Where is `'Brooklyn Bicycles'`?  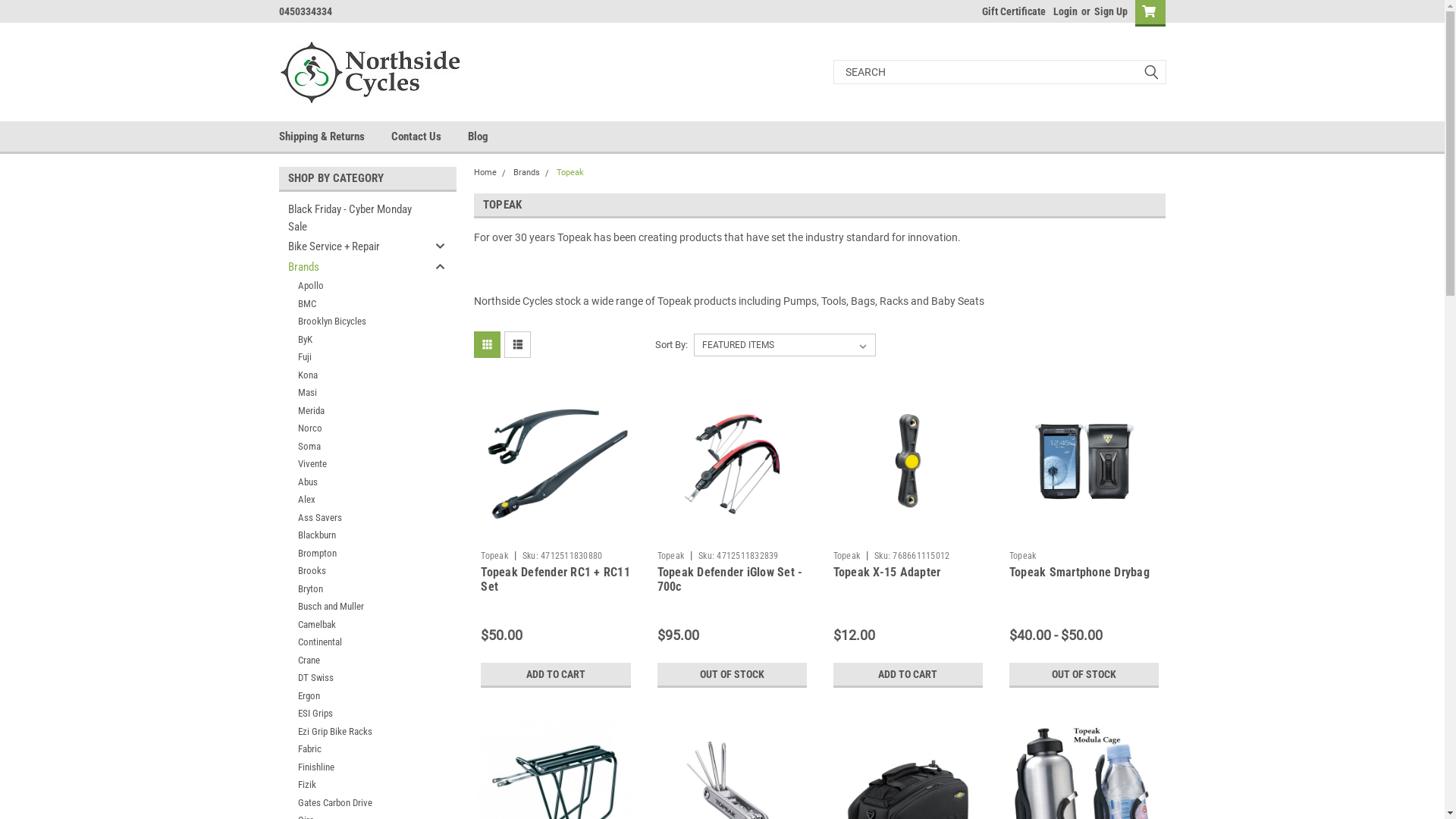 'Brooklyn Bicycles' is located at coordinates (353, 321).